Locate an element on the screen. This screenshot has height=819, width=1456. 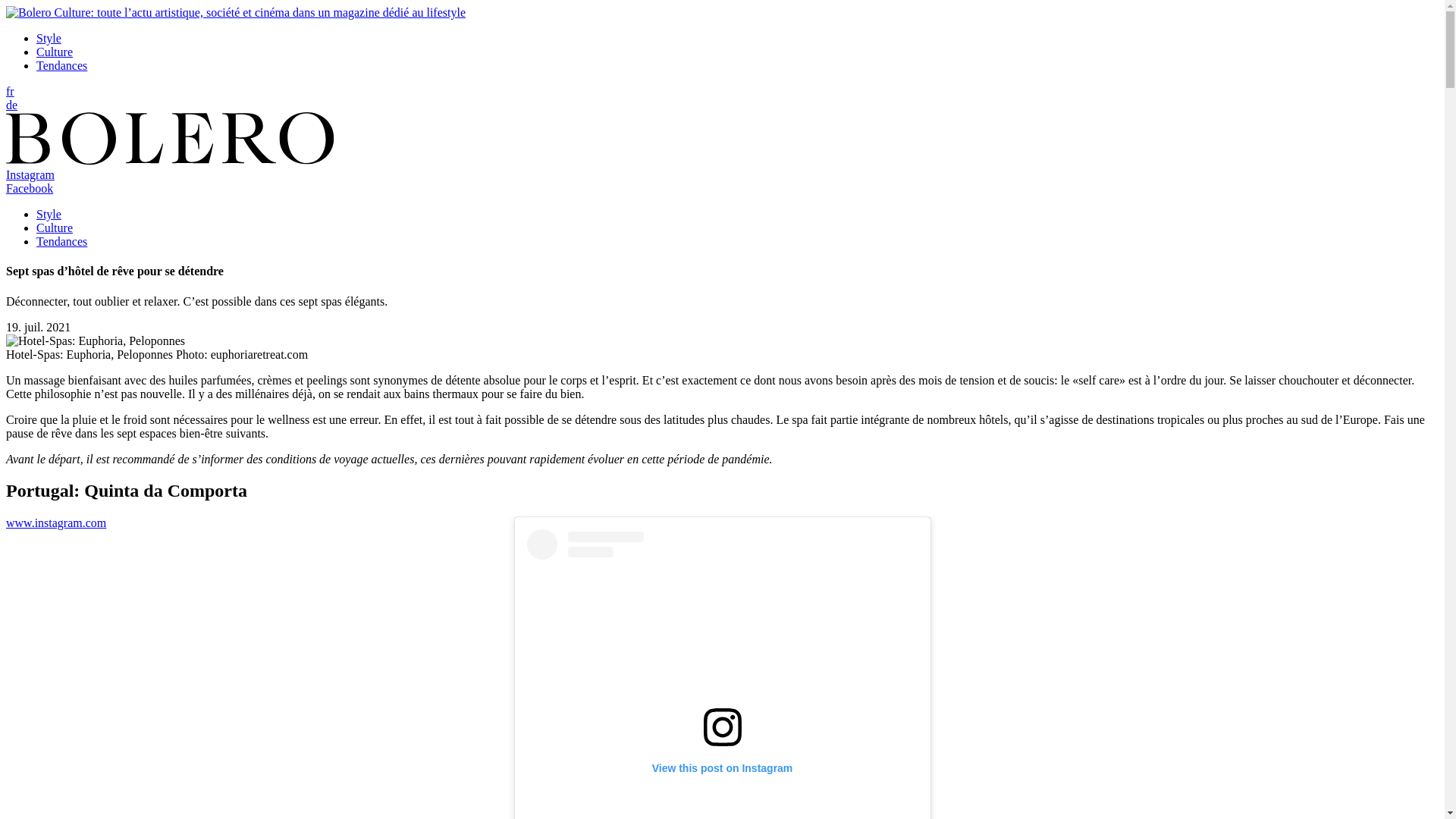
'Instagram' is located at coordinates (30, 174).